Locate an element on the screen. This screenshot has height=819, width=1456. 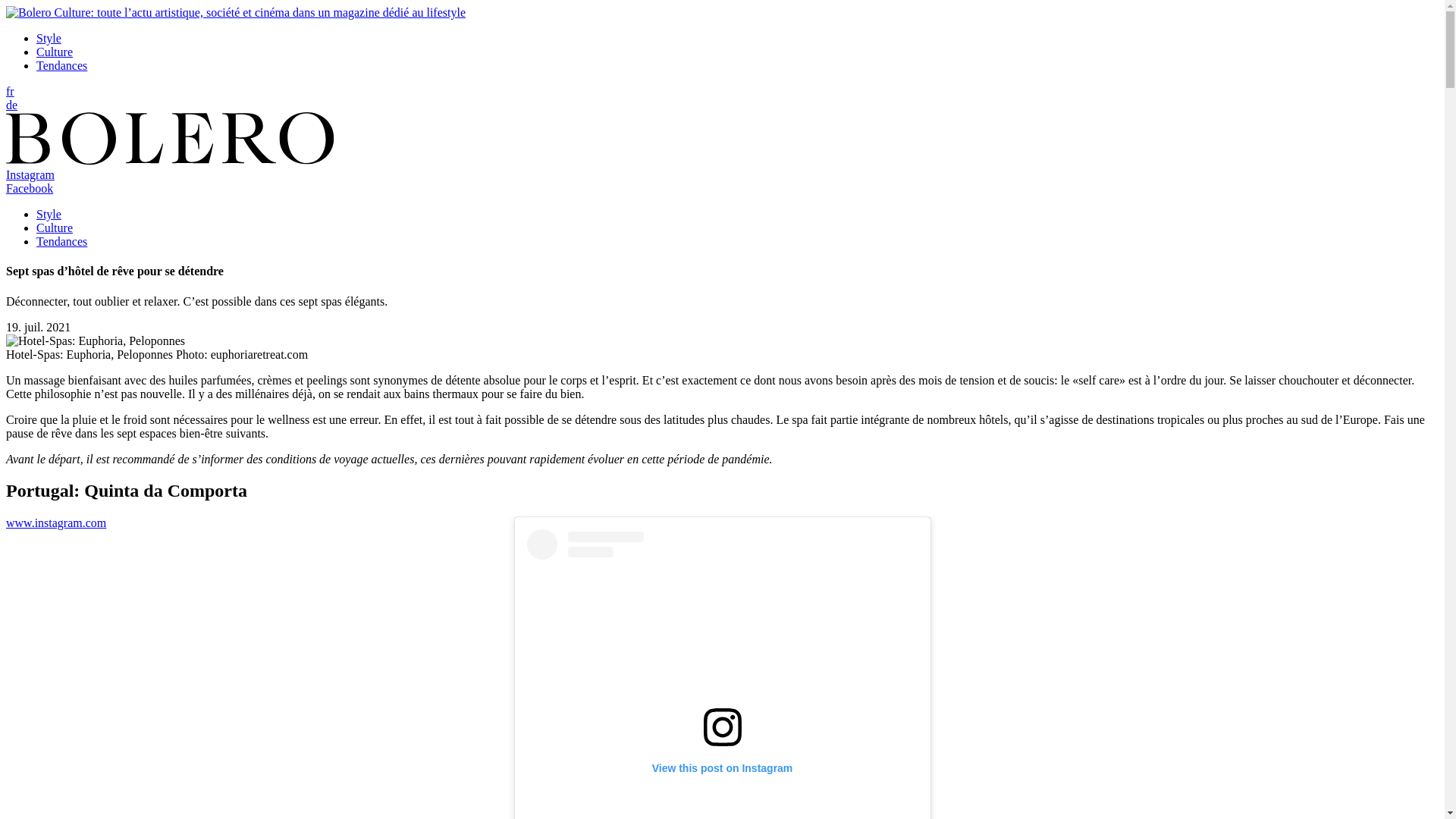
'Instagram' is located at coordinates (30, 174).